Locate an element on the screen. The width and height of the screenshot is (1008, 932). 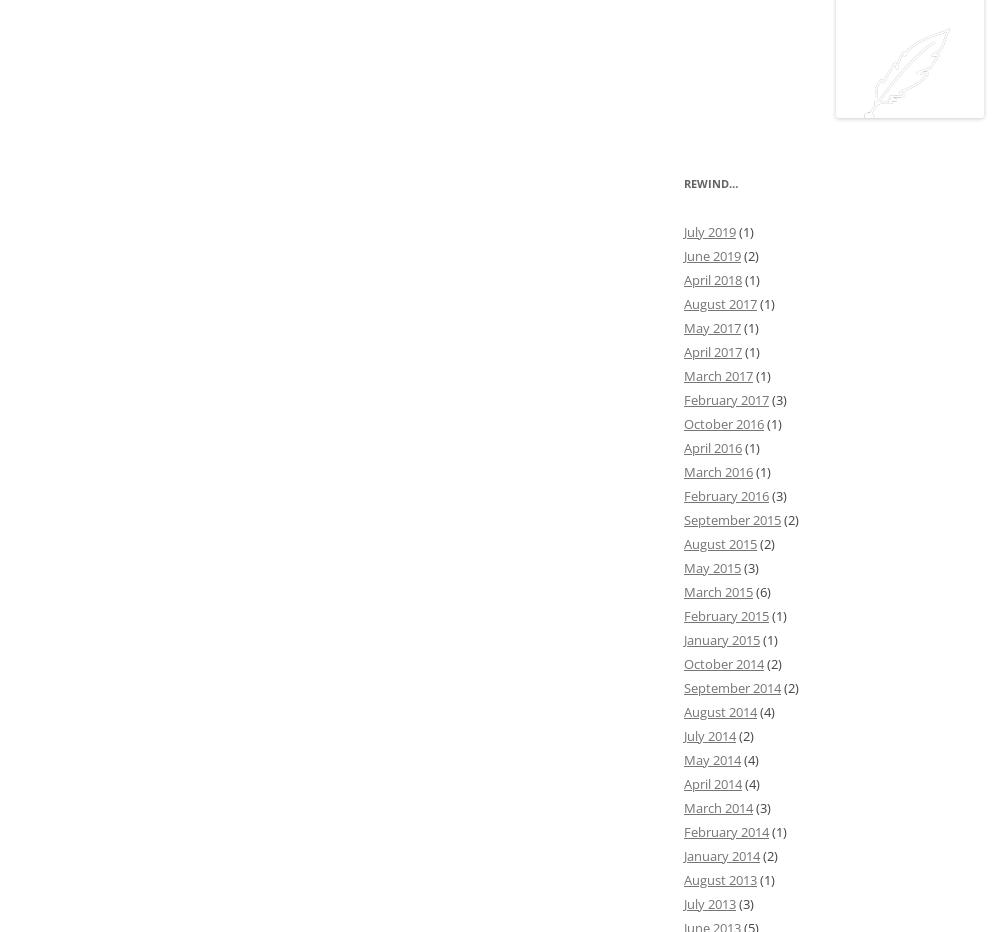
'February 2015' is located at coordinates (726, 614).